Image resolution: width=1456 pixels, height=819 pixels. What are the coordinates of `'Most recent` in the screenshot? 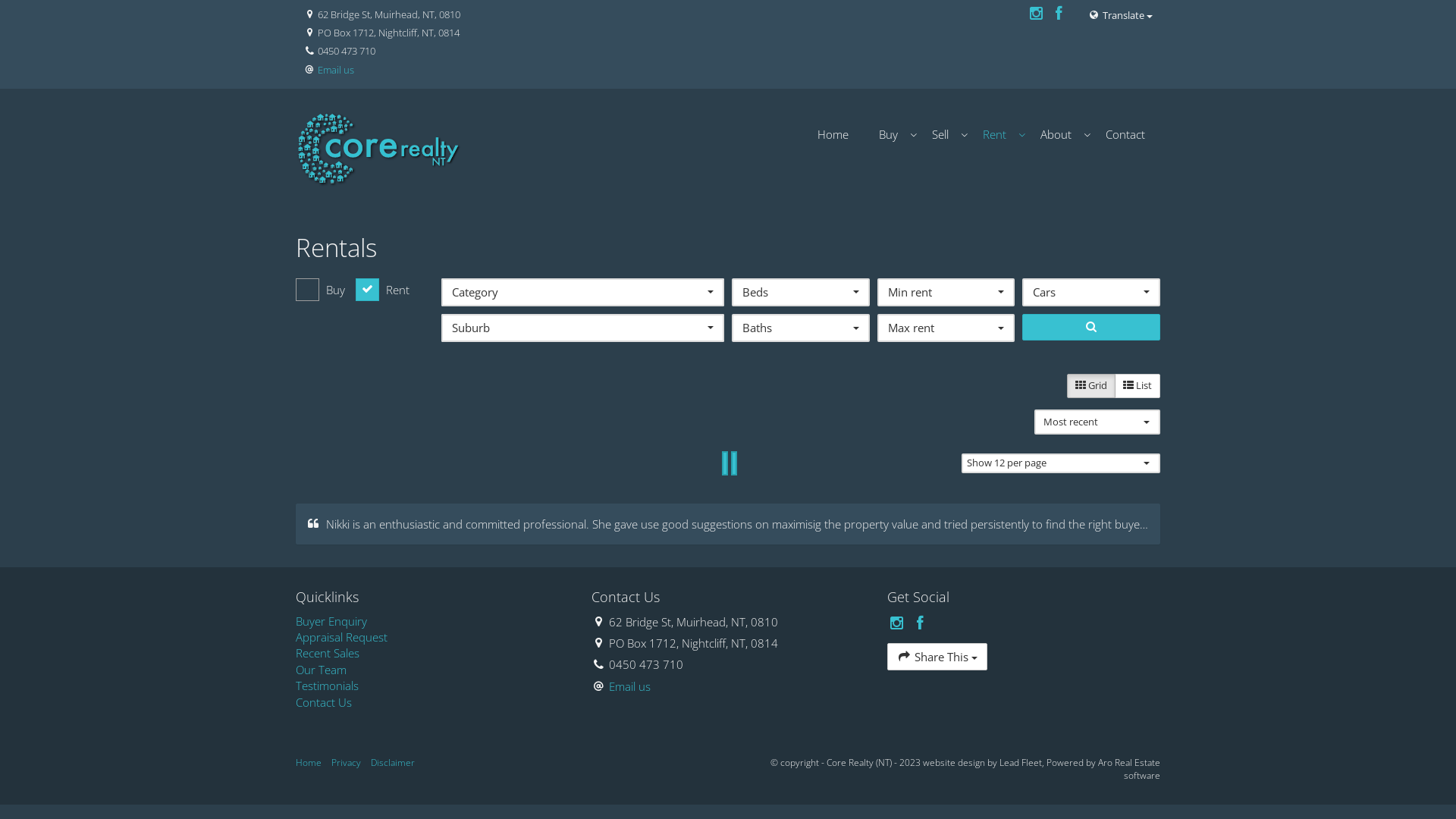 It's located at (1097, 422).